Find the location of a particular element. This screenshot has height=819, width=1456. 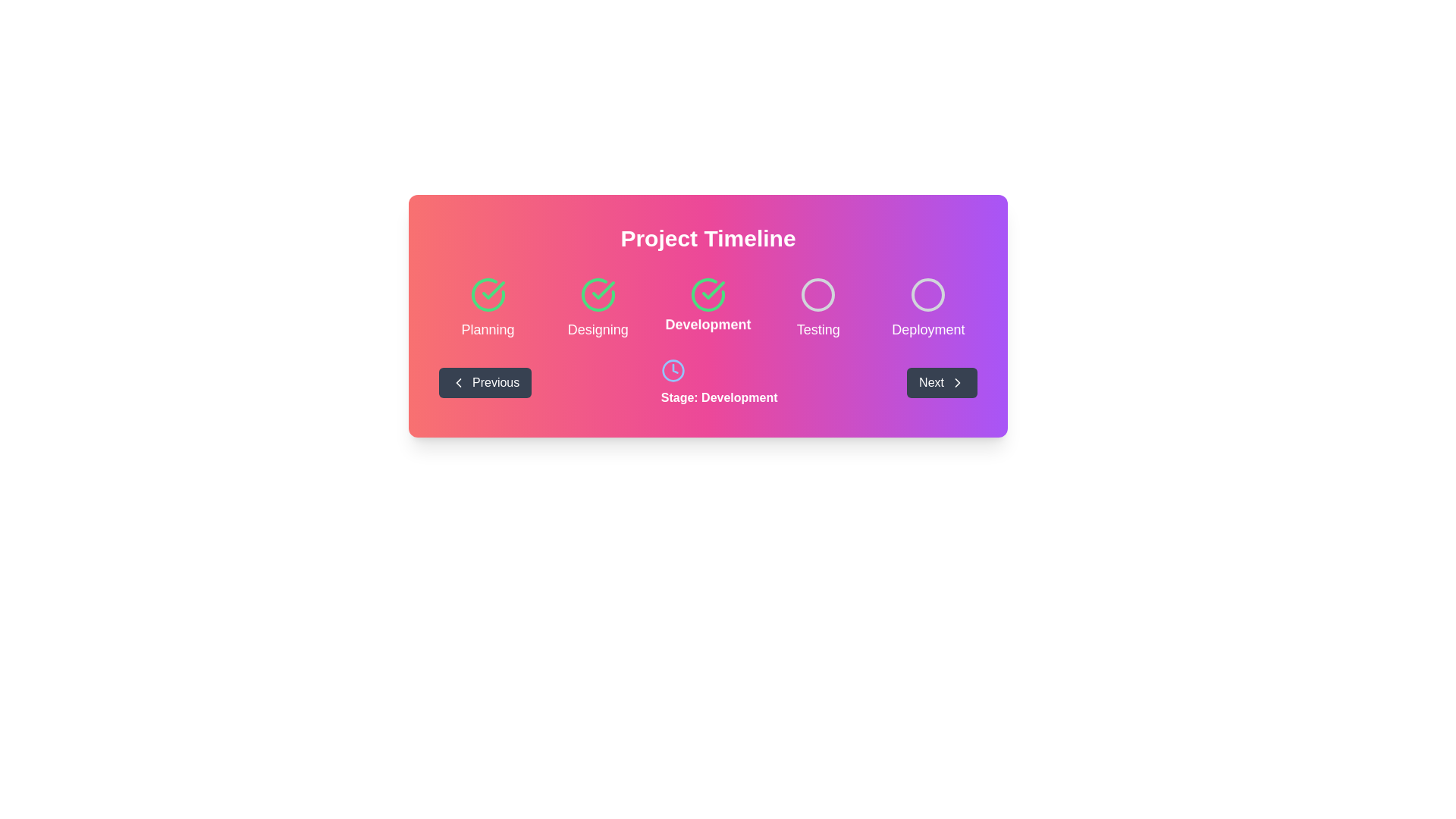

the second circular icon with a checkmark indicator representing the 'Designing' stage in the project timeline, located under the 'Project Timeline' heading is located at coordinates (597, 295).